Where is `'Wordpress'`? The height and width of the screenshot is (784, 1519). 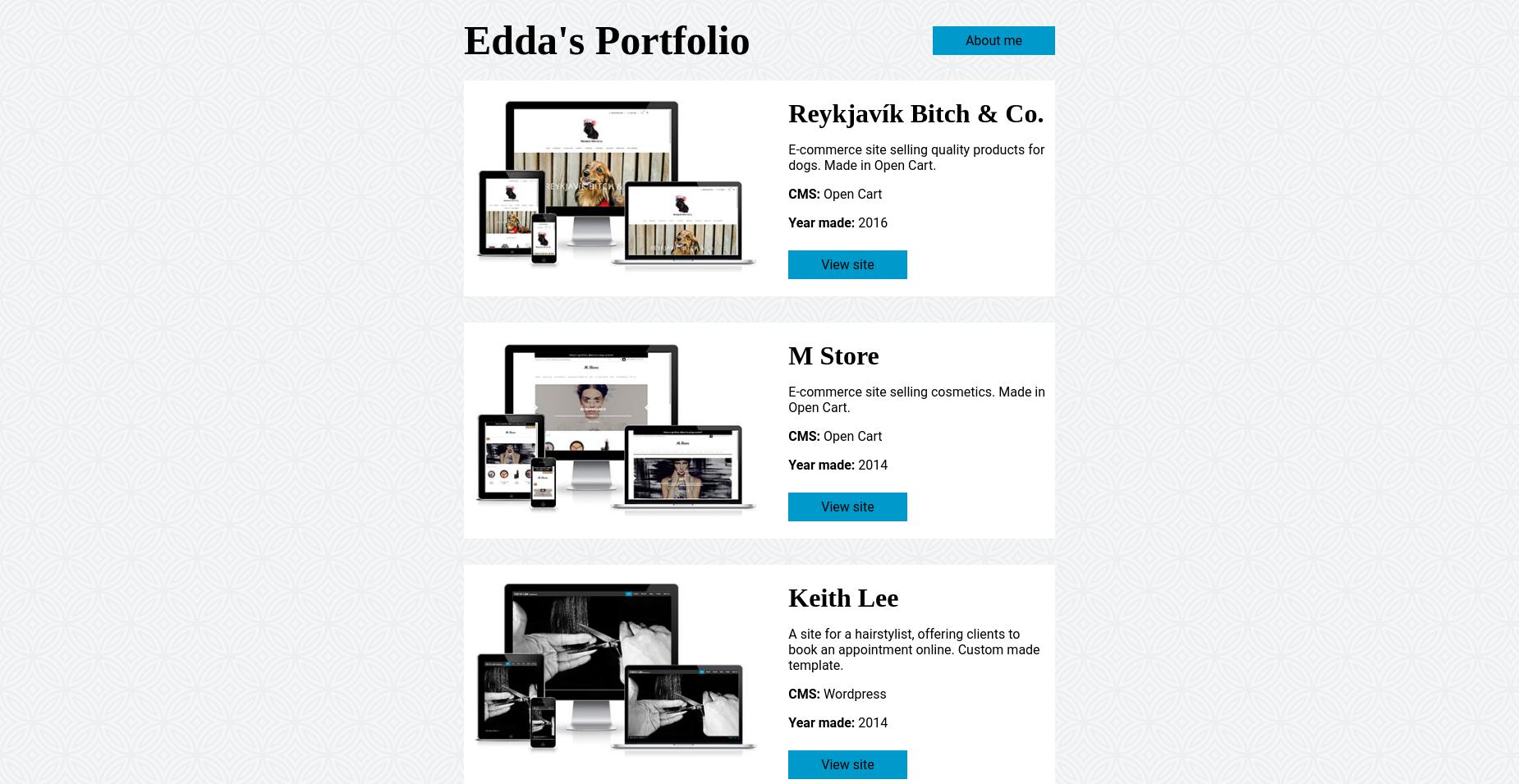
'Wordpress' is located at coordinates (851, 693).